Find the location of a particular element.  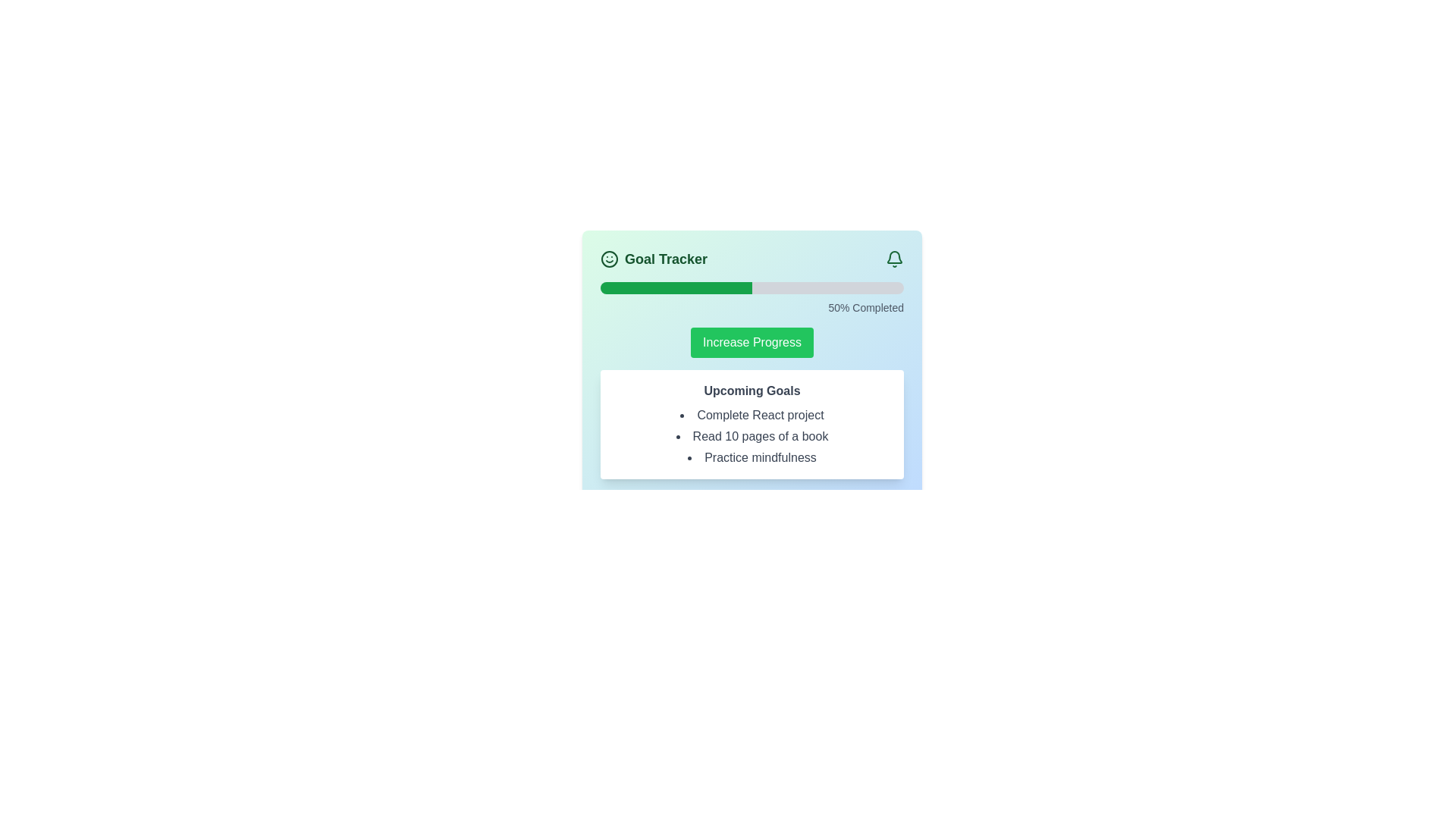

the first item in the vertical list of goals displayed under the 'Upcoming Goals' heading, which serves as a textual representation of a goal is located at coordinates (752, 415).